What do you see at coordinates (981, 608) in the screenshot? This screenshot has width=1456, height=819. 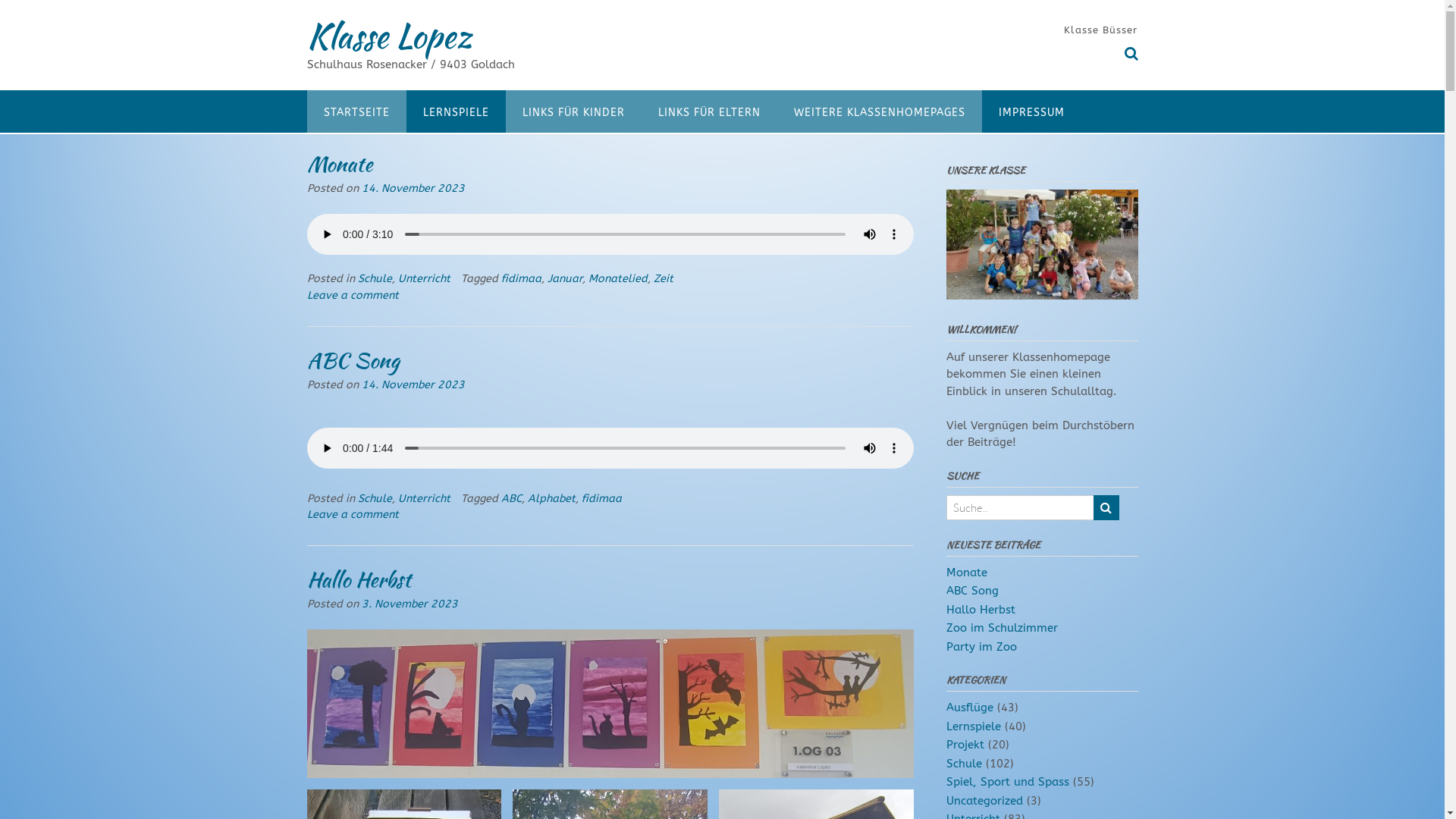 I see `'Hallo Herbst'` at bounding box center [981, 608].